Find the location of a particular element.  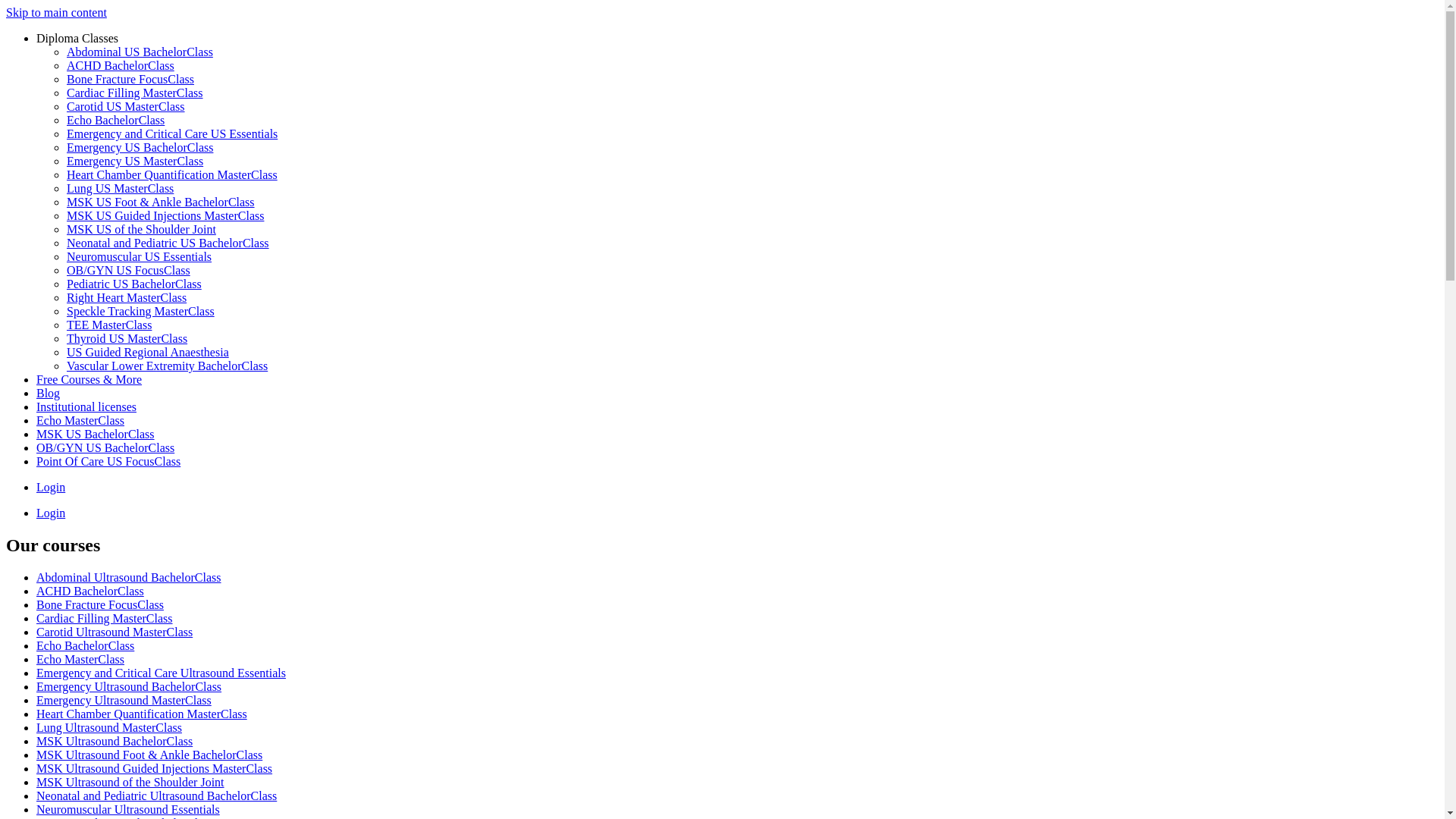

'Institutional licenses' is located at coordinates (86, 406).